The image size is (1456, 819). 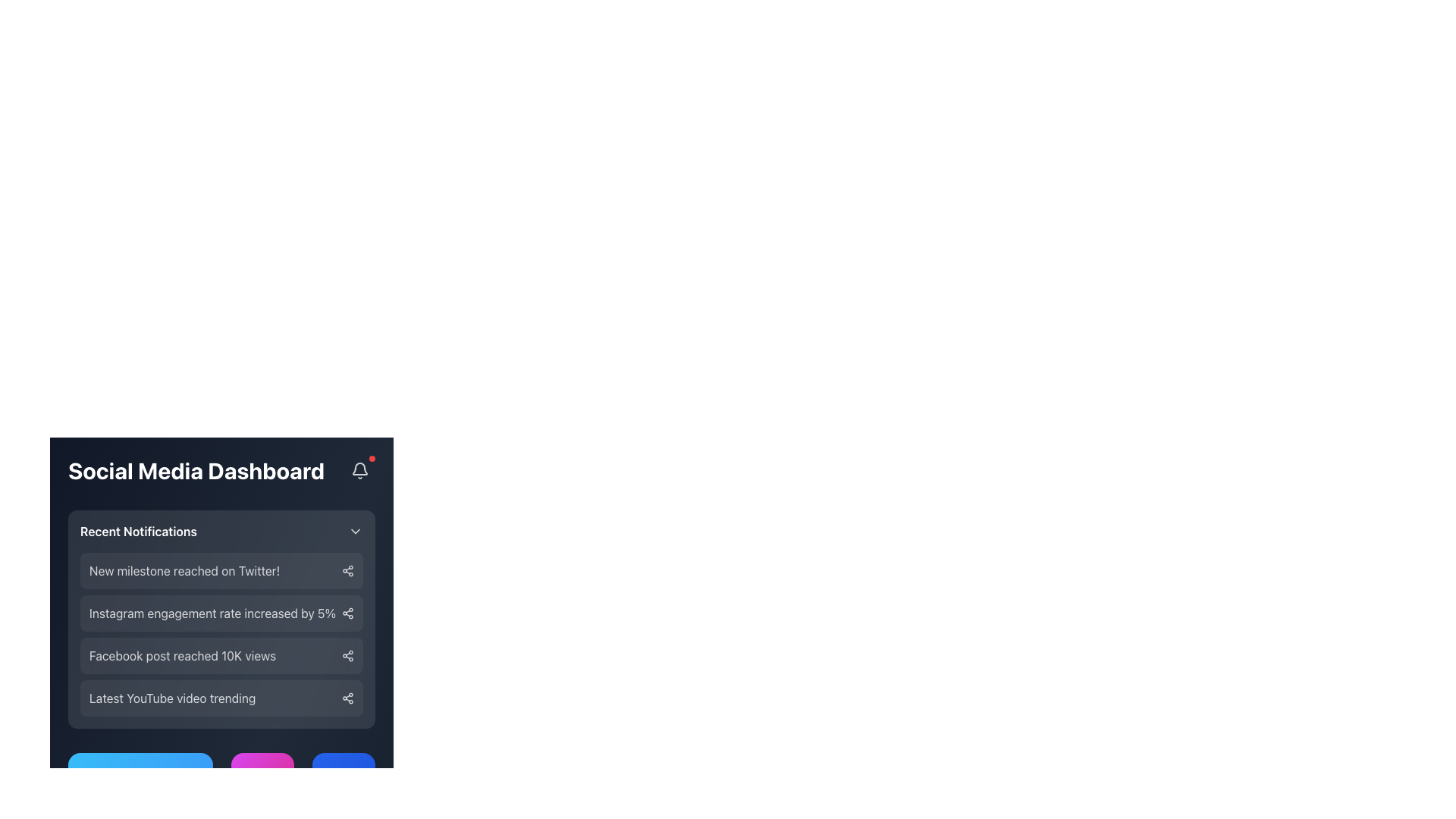 I want to click on the share icon located on the rightmost part of the notification line for 'Instagram engagement rate increased by 5%' in the Recent Notifications section of the Social Media Dashboard to initiate a share action, so click(x=347, y=613).